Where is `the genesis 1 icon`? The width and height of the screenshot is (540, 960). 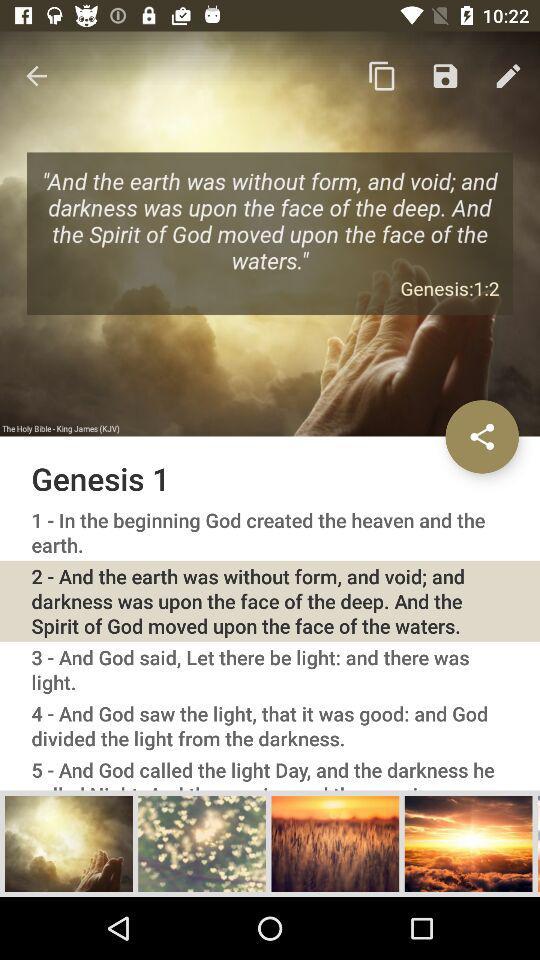
the genesis 1 icon is located at coordinates (270, 478).